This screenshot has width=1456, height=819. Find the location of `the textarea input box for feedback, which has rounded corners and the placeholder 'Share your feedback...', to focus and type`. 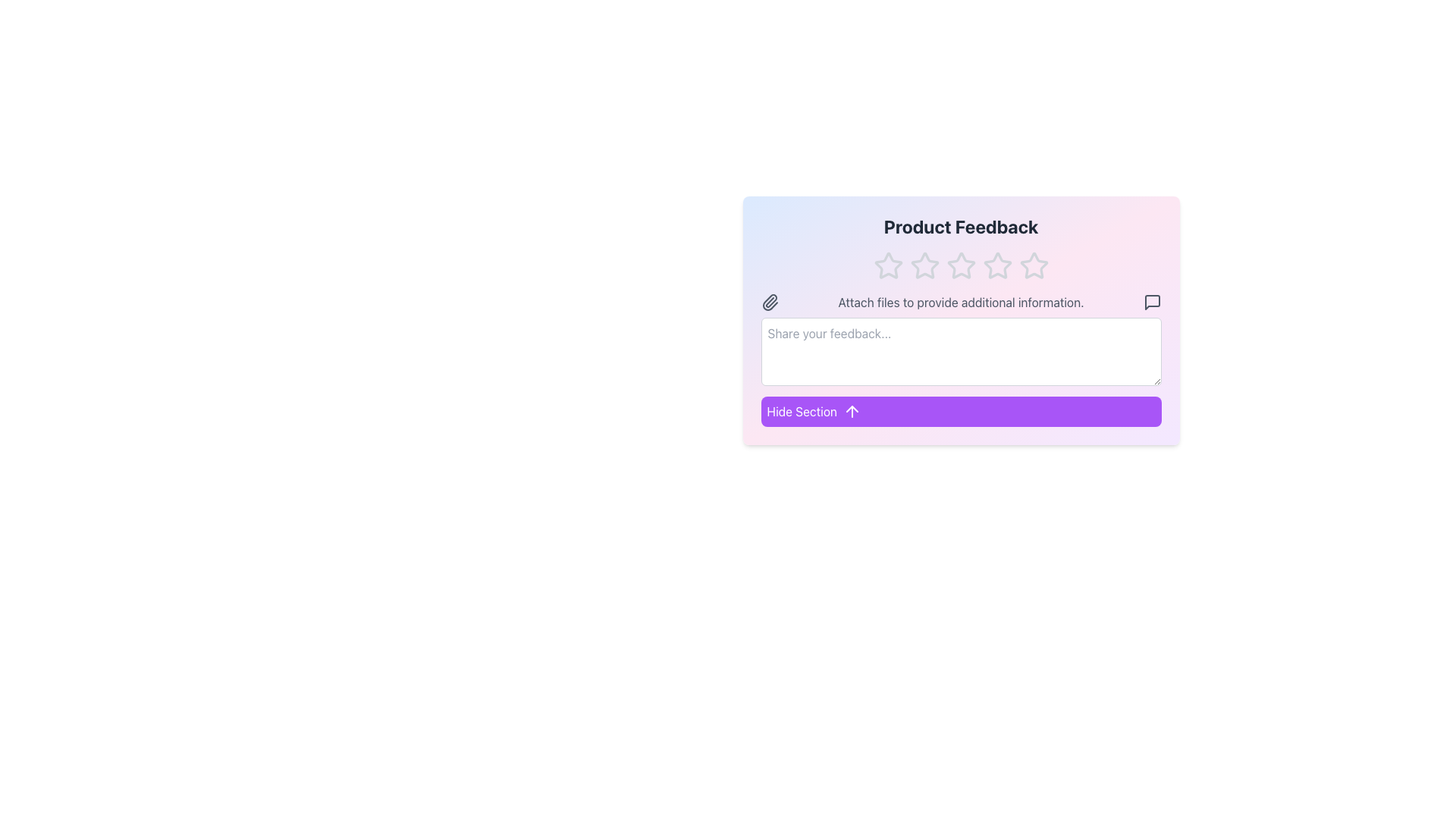

the textarea input box for feedback, which has rounded corners and the placeholder 'Share your feedback...', to focus and type is located at coordinates (960, 351).